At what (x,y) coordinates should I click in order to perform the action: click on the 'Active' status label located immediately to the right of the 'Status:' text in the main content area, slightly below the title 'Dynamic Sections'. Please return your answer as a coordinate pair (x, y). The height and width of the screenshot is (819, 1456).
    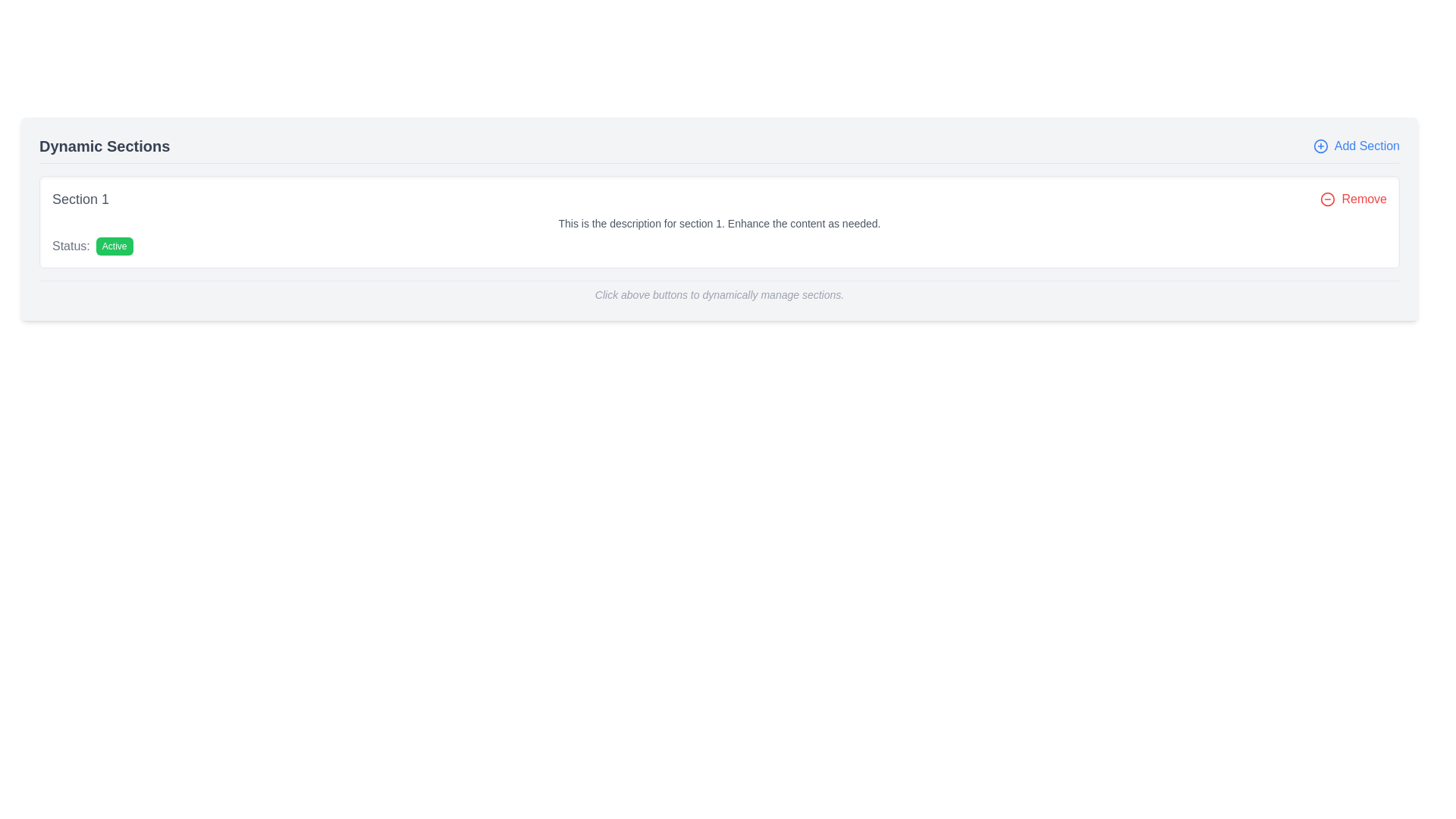
    Looking at the image, I should click on (114, 245).